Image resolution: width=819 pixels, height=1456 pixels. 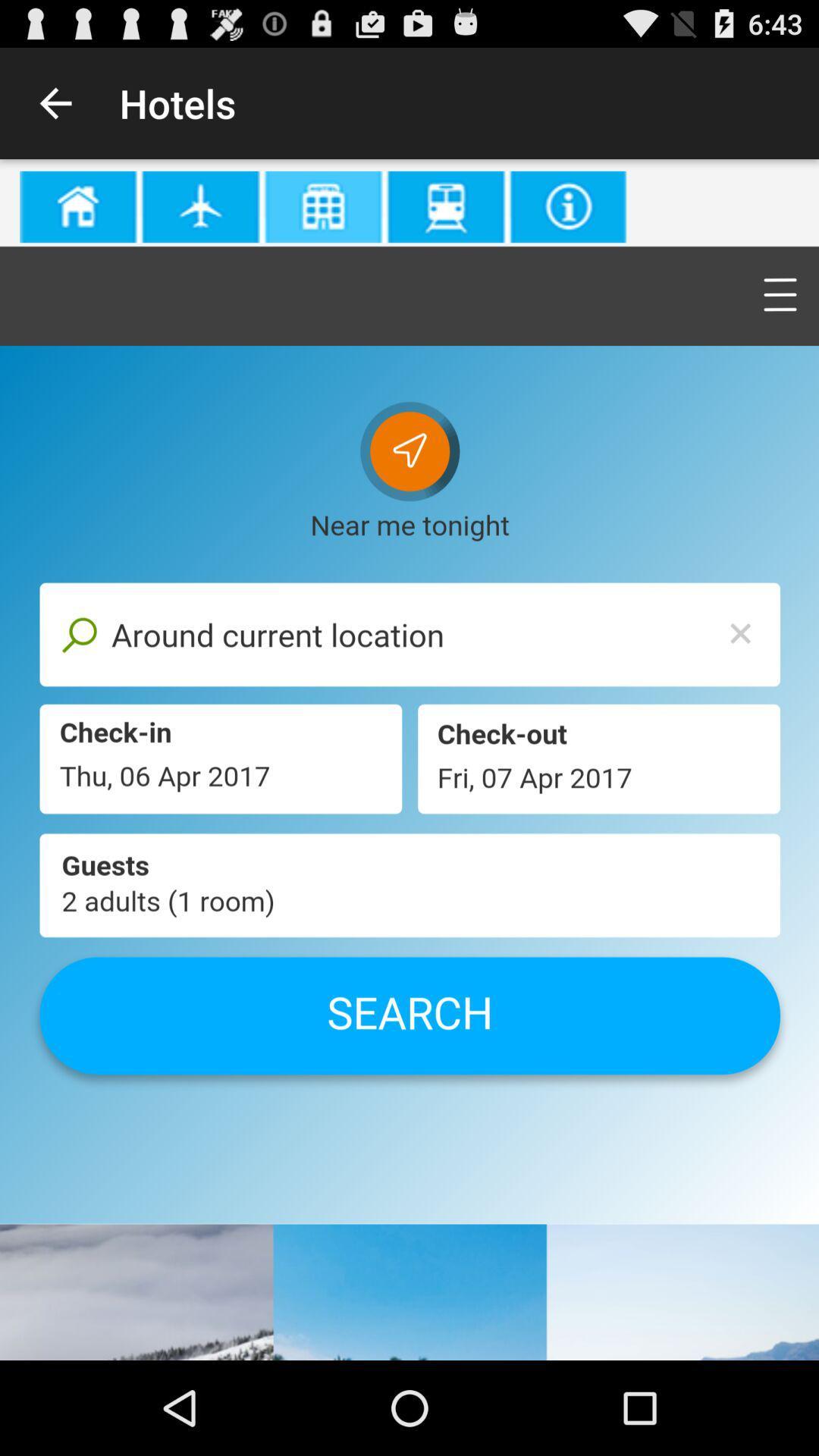 What do you see at coordinates (409, 760) in the screenshot?
I see `locate near by` at bounding box center [409, 760].